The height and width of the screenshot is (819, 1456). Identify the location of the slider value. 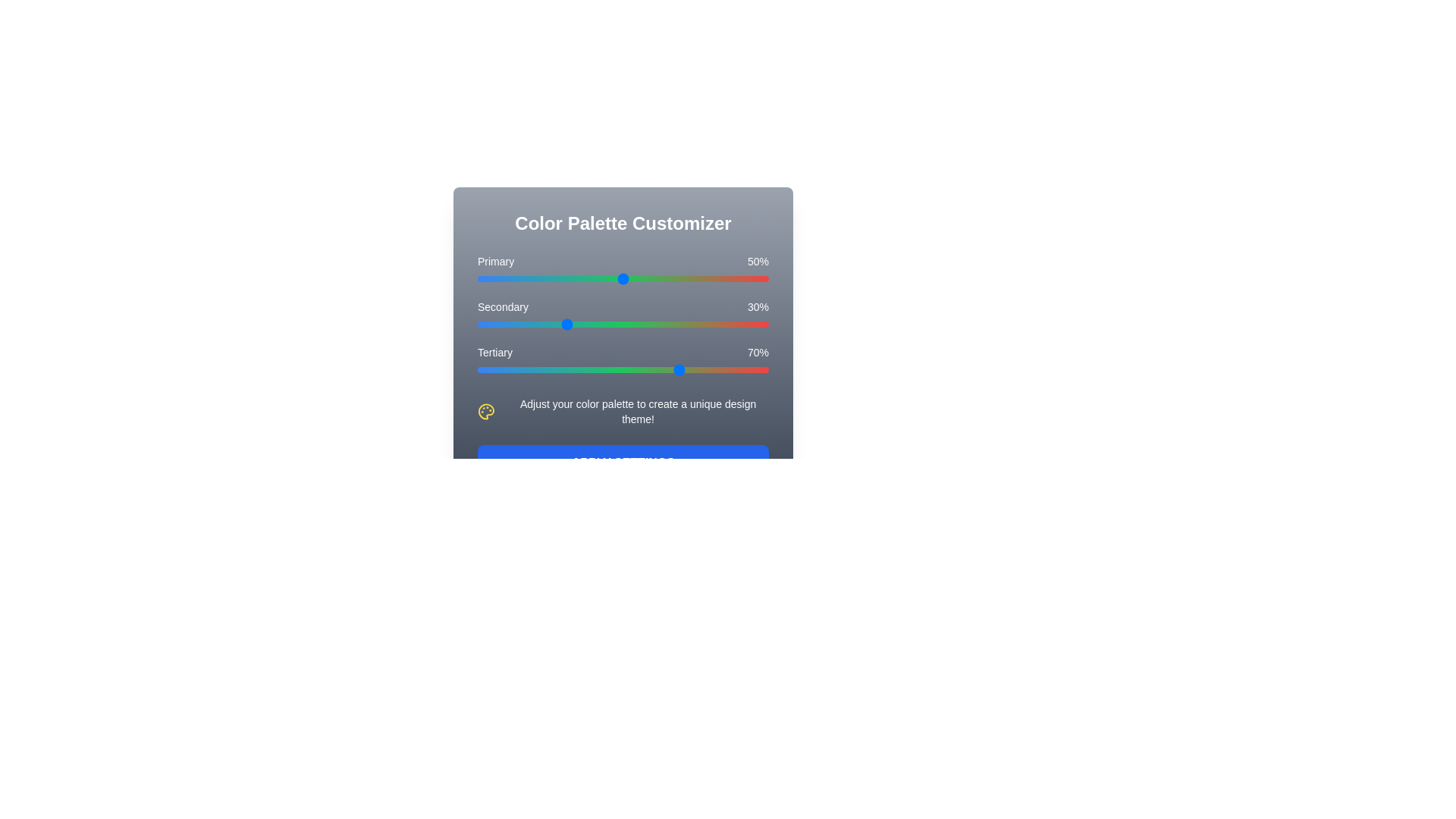
(608, 324).